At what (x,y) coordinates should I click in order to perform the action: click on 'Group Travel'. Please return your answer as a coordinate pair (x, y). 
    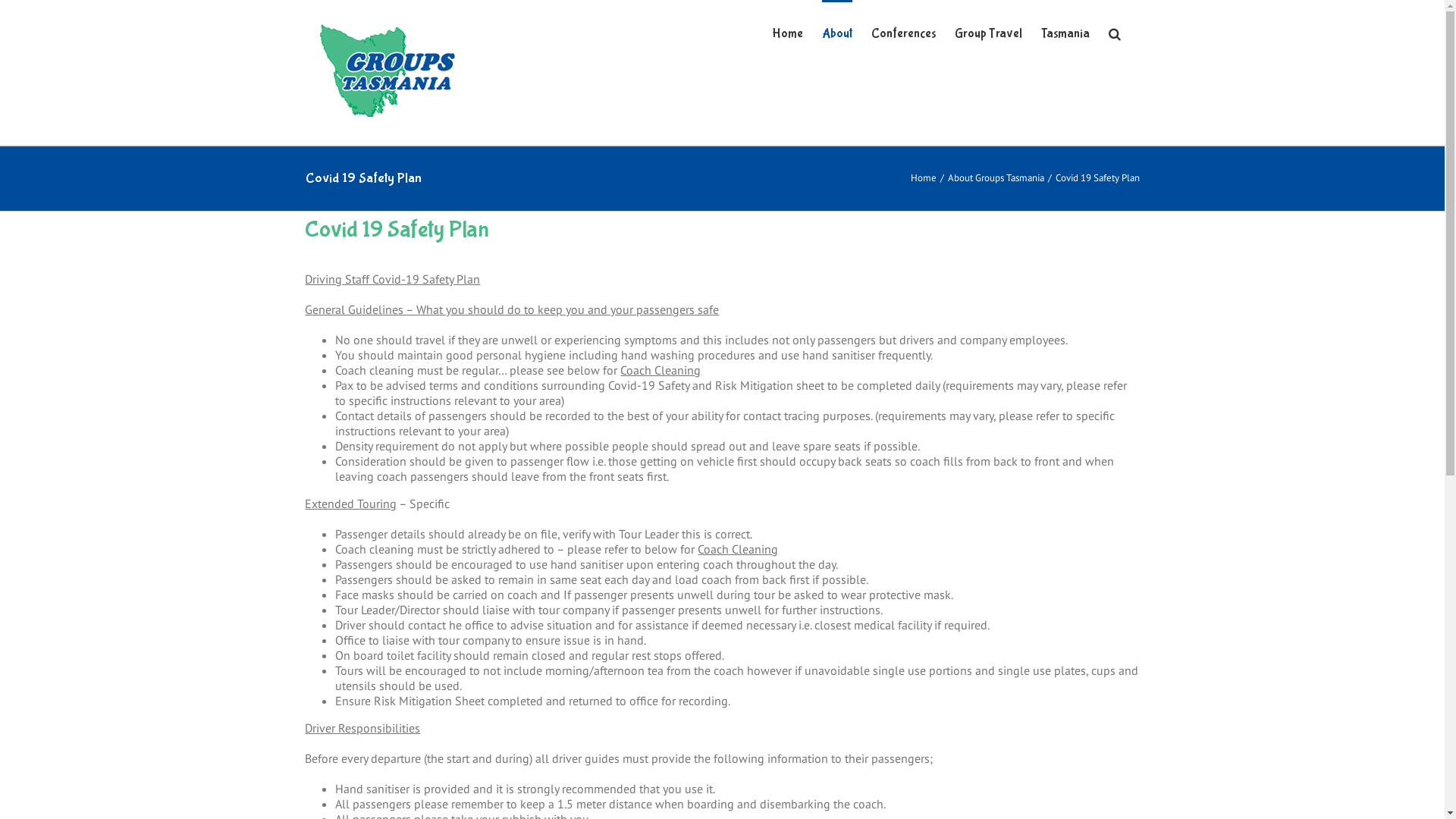
    Looking at the image, I should click on (987, 32).